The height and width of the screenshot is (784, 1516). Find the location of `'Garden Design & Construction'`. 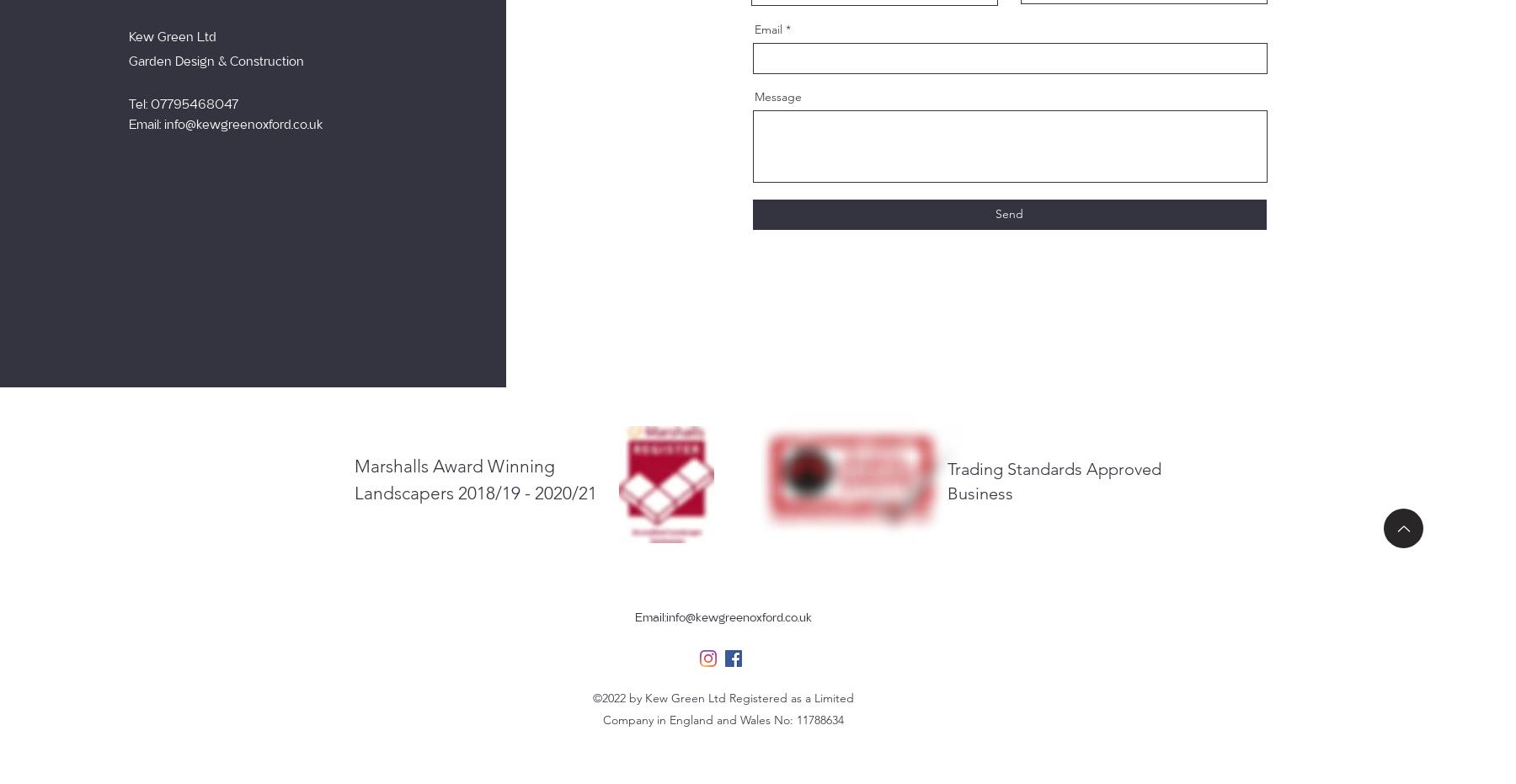

'Garden Design & Construction' is located at coordinates (127, 60).